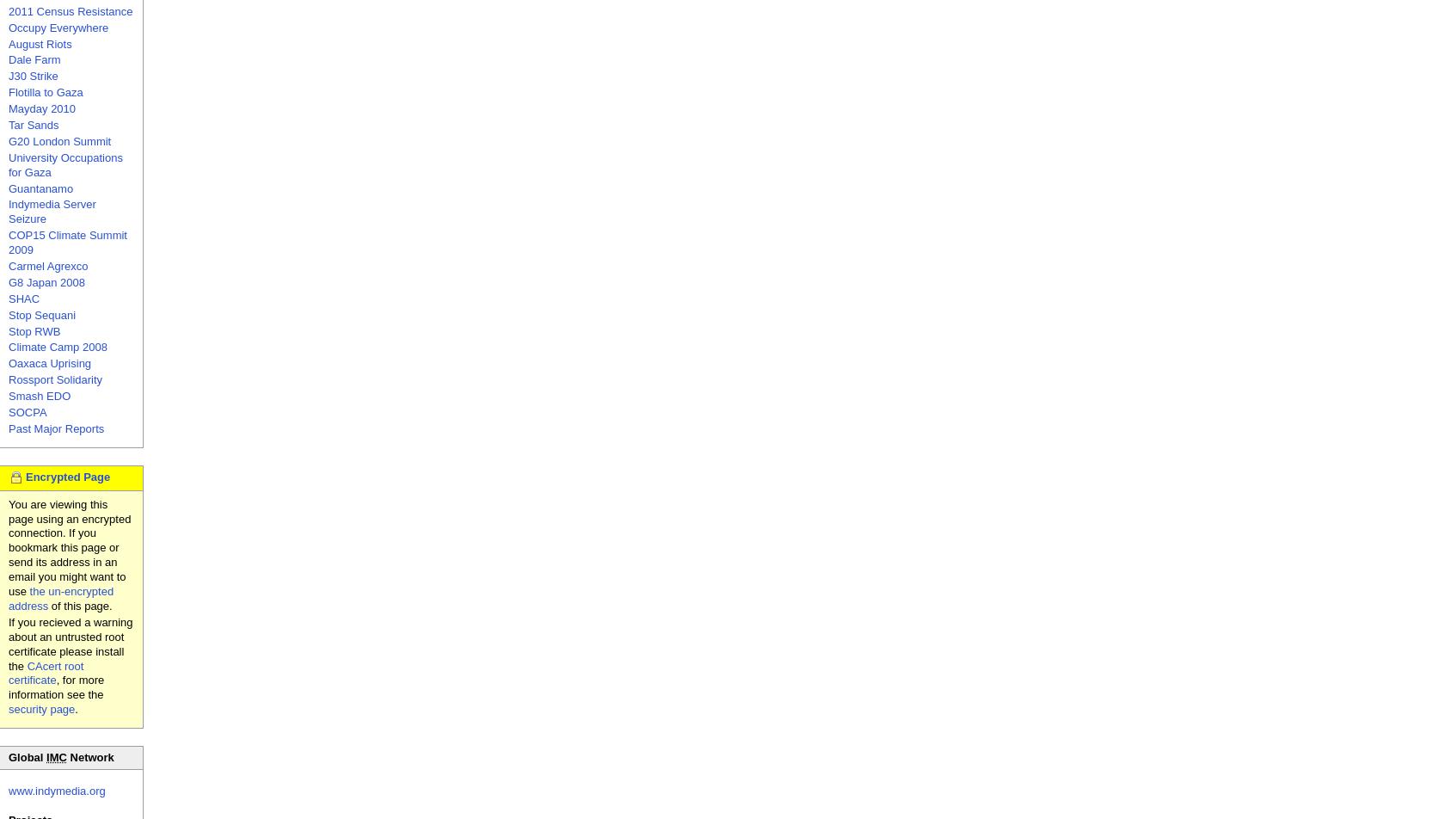 Image resolution: width=1456 pixels, height=819 pixels. I want to click on 'SHAC', so click(7, 298).